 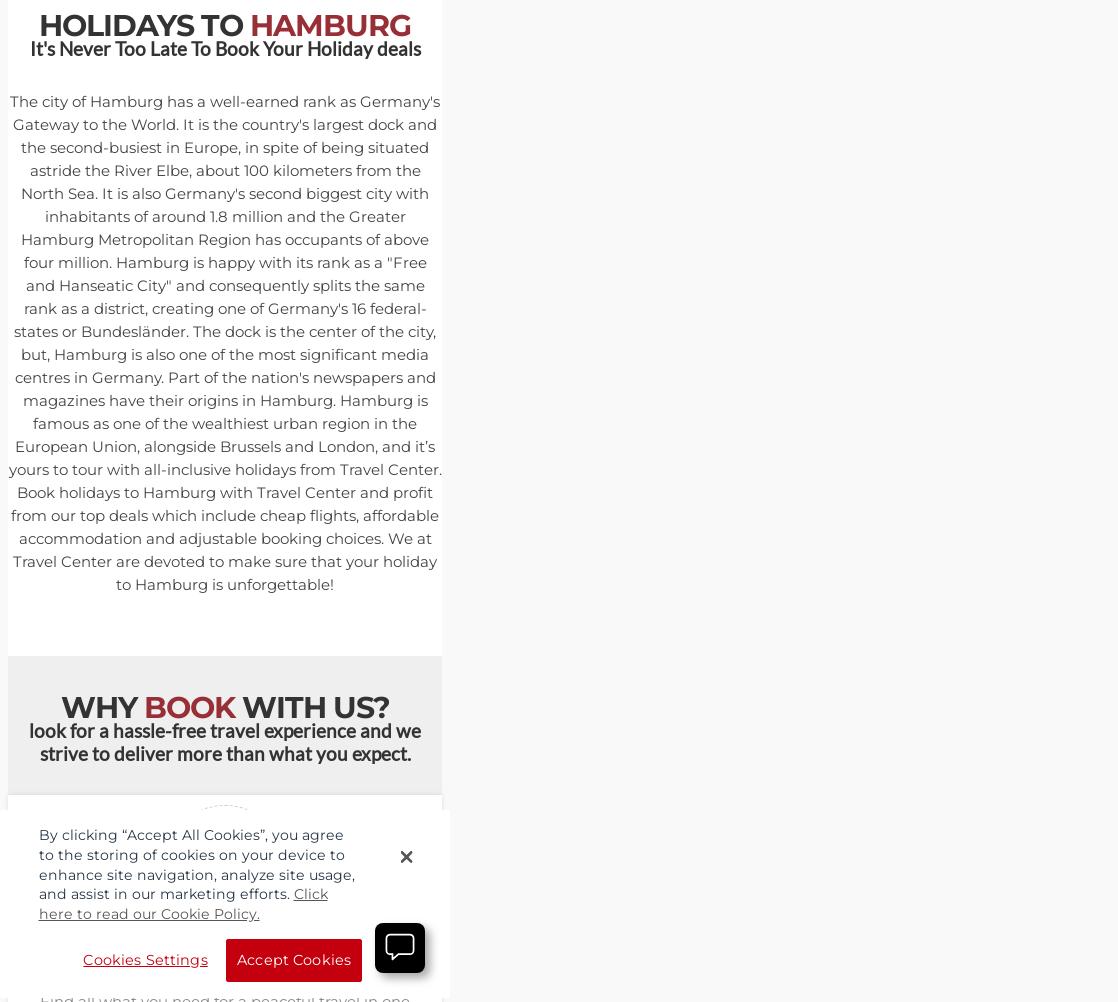 What do you see at coordinates (296, 957) in the screenshot?
I see `'Booking'` at bounding box center [296, 957].